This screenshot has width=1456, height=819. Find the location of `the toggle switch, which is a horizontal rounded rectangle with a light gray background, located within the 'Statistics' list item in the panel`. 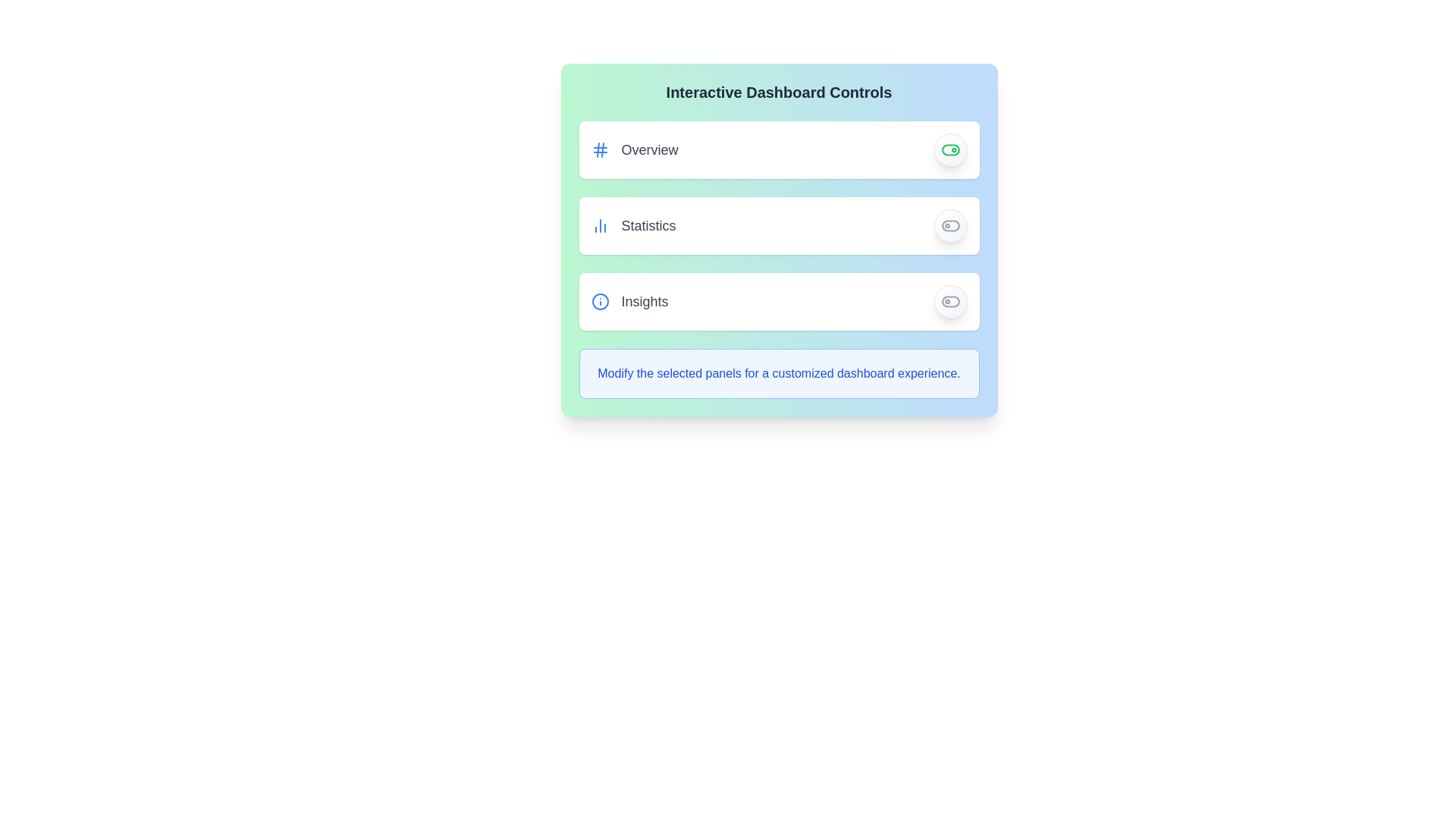

the toggle switch, which is a horizontal rounded rectangle with a light gray background, located within the 'Statistics' list item in the panel is located at coordinates (949, 225).